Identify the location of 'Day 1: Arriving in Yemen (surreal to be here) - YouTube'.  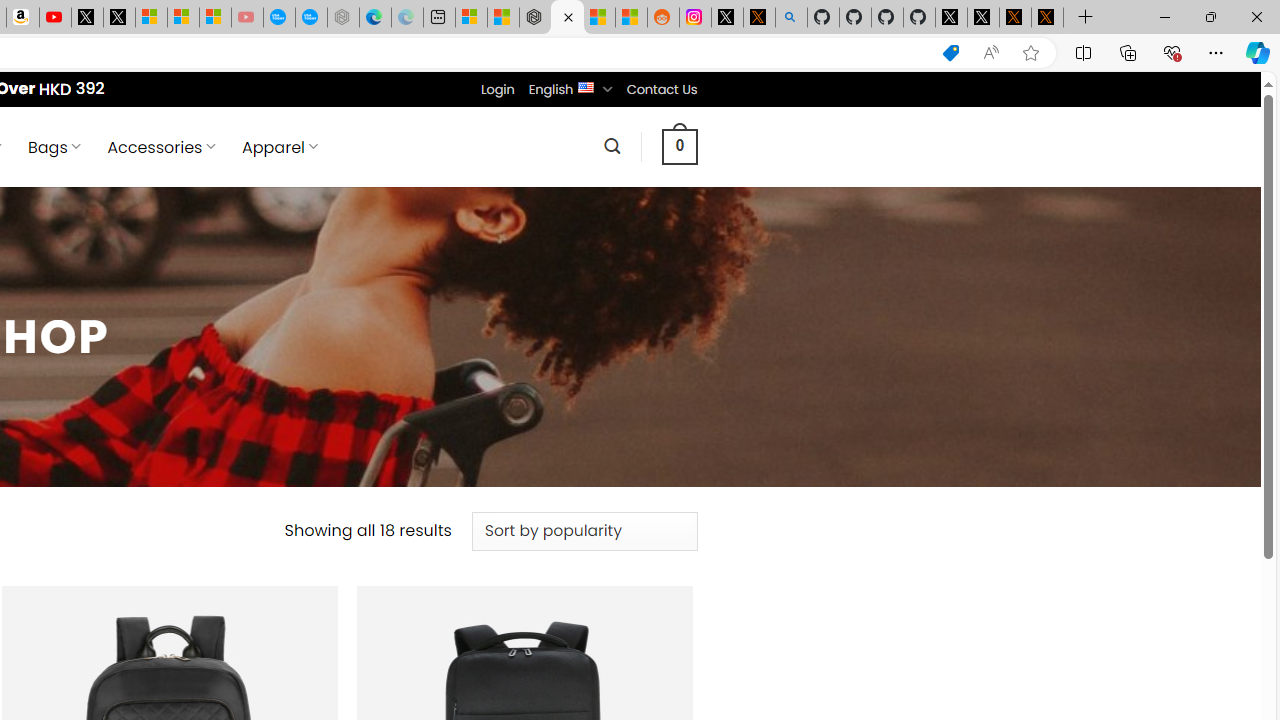
(55, 17).